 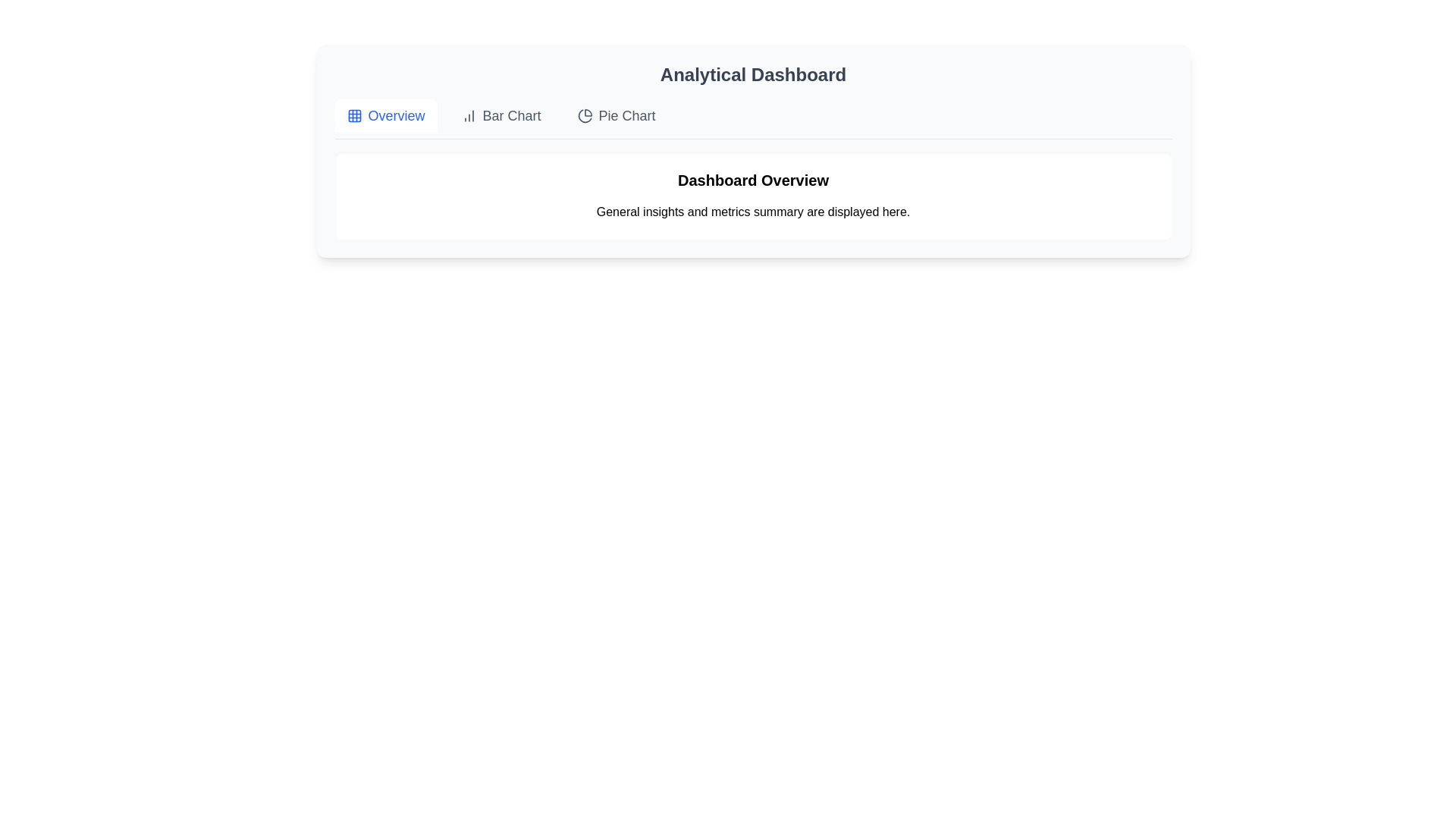 What do you see at coordinates (397, 115) in the screenshot?
I see `the 'Overview' tab label, which is located on the leftmost side of the tab menu and follows the grid icon` at bounding box center [397, 115].